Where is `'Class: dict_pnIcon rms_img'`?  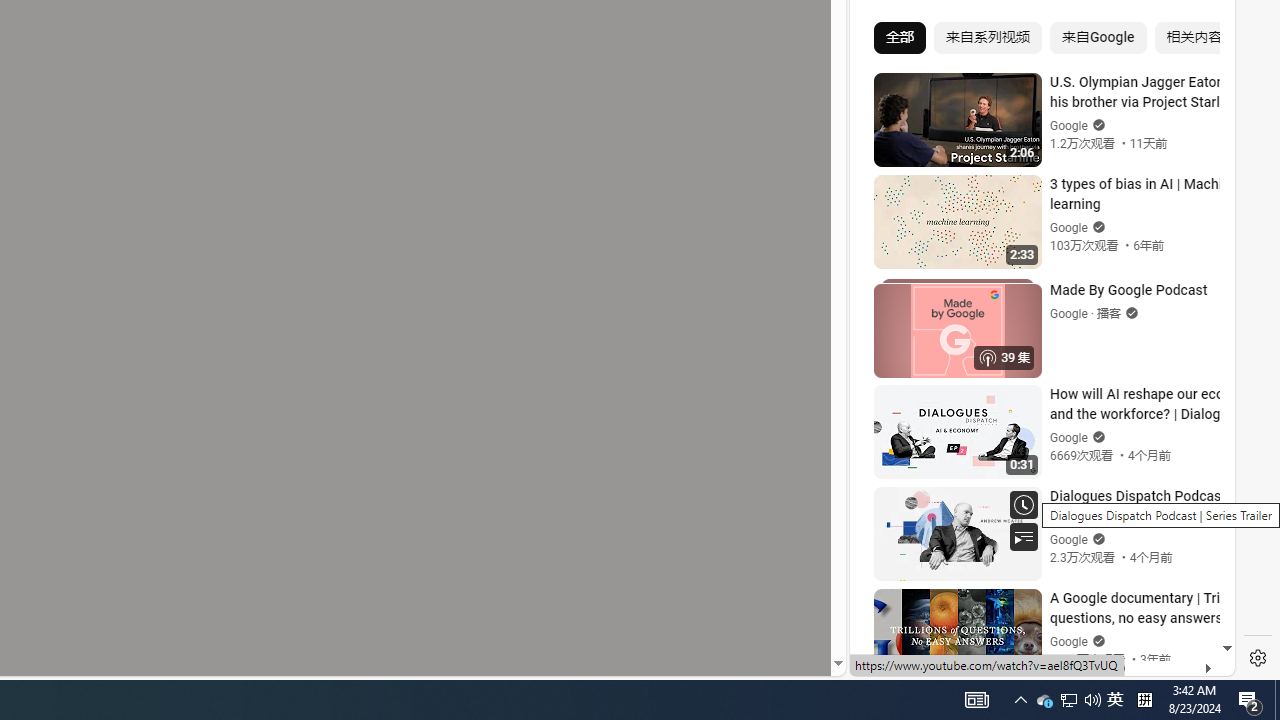
'Class: dict_pnIcon rms_img' is located at coordinates (1028, 660).